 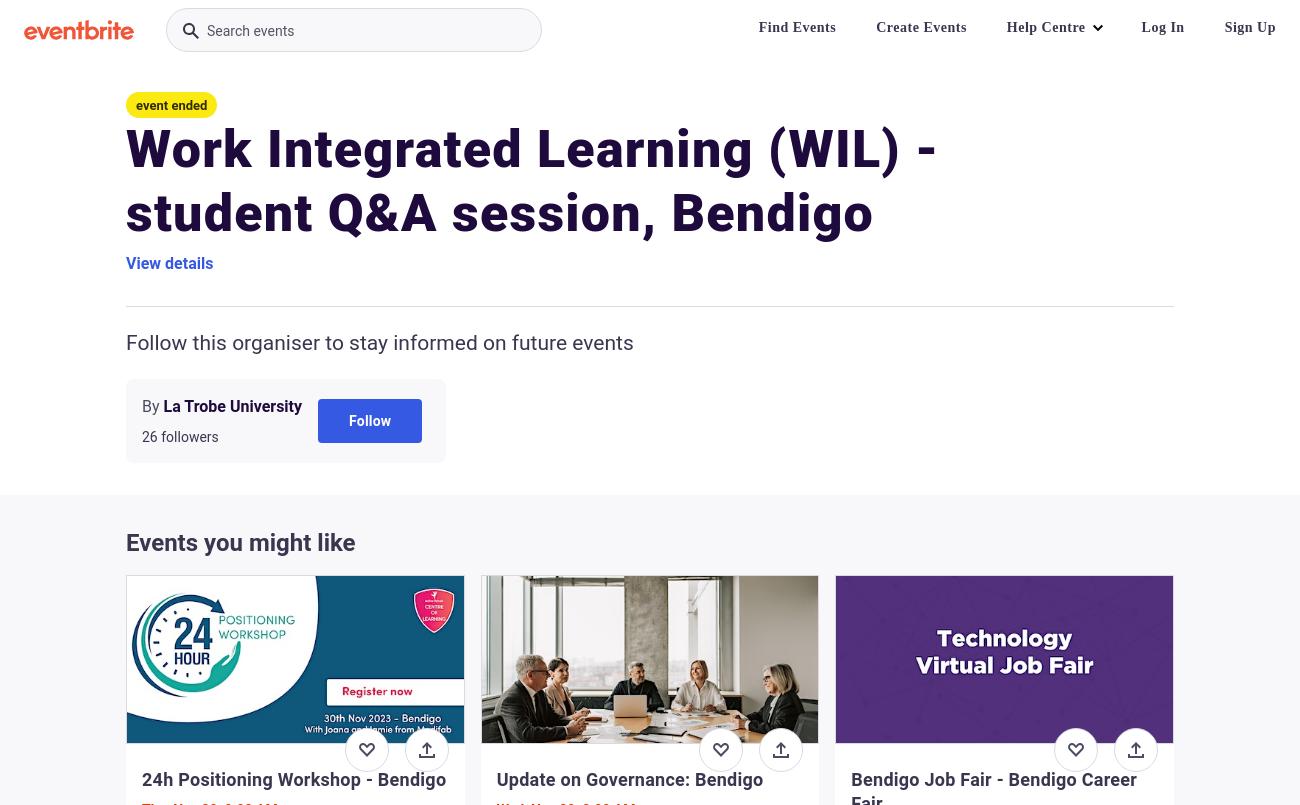 I want to click on 'By', so click(x=149, y=405).